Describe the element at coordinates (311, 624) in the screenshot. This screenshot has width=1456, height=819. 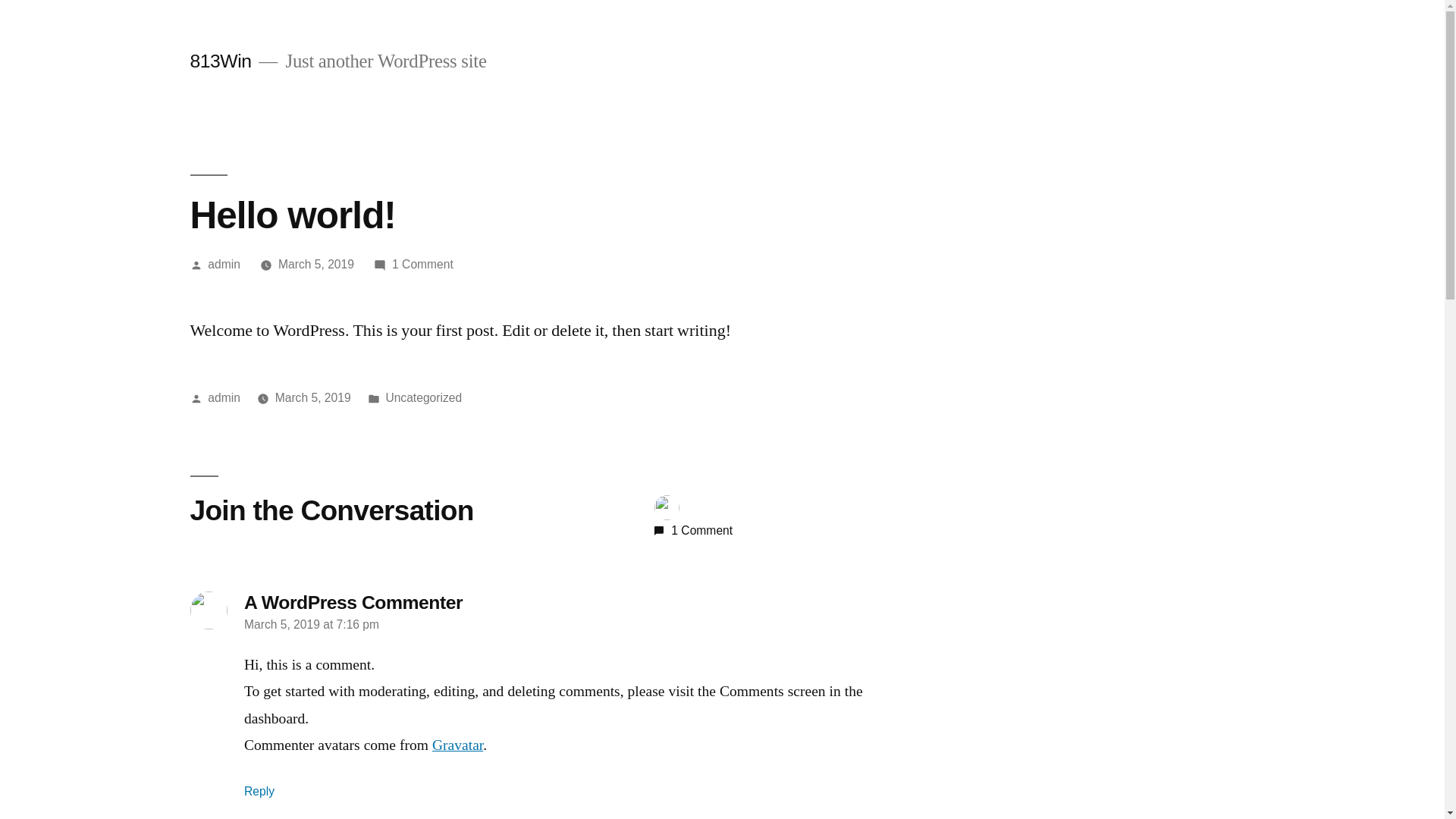
I see `'March 5, 2019 at 7:16 pm'` at that location.